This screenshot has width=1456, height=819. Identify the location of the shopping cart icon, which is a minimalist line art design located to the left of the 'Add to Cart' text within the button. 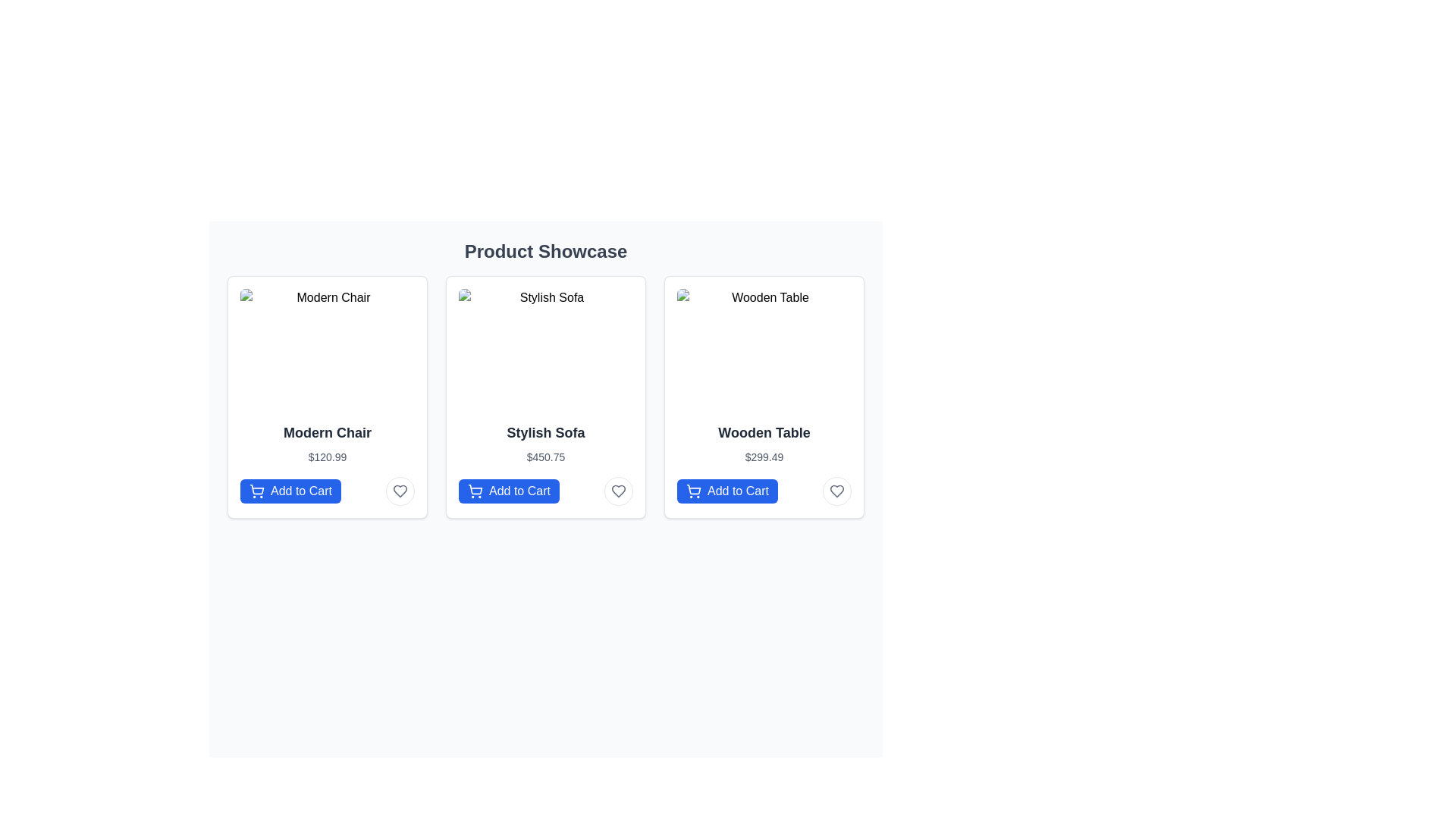
(693, 491).